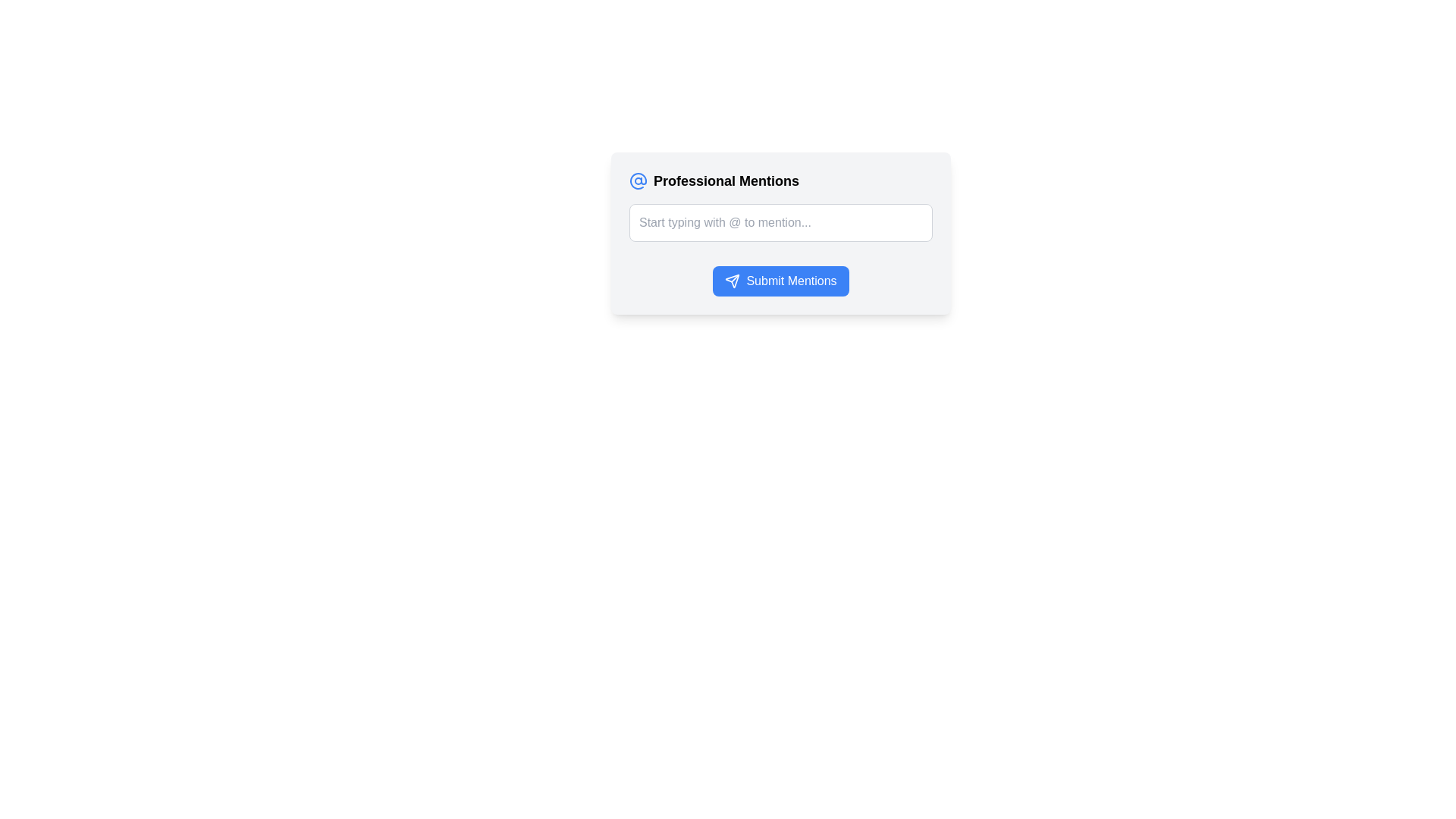 The height and width of the screenshot is (819, 1456). What do you see at coordinates (638, 180) in the screenshot?
I see `the blue '@' icon with a circular outline located in the header section of the 'Professional Mentions' box, positioned to the left of the title text` at bounding box center [638, 180].